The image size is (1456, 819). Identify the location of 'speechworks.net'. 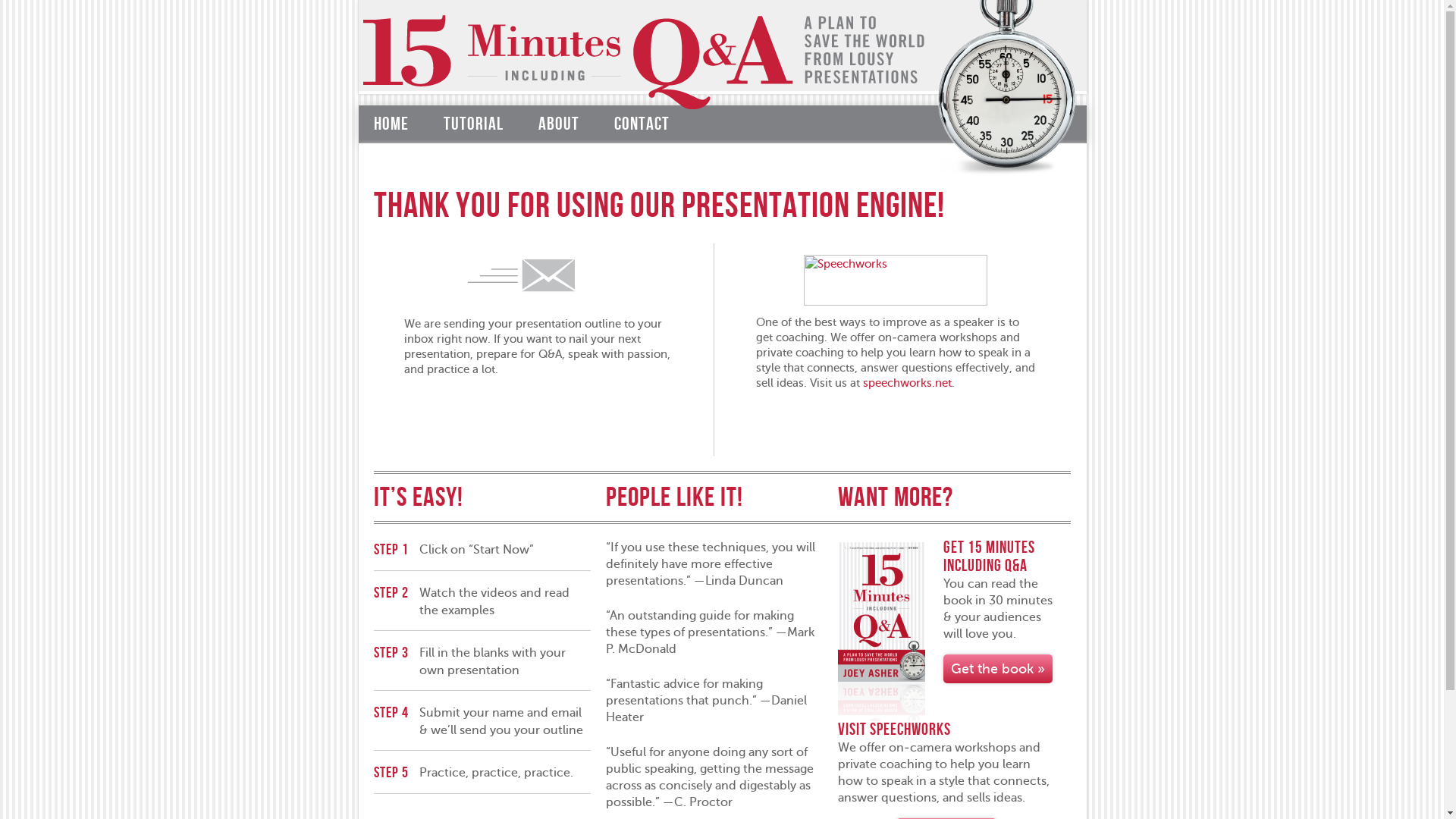
(907, 382).